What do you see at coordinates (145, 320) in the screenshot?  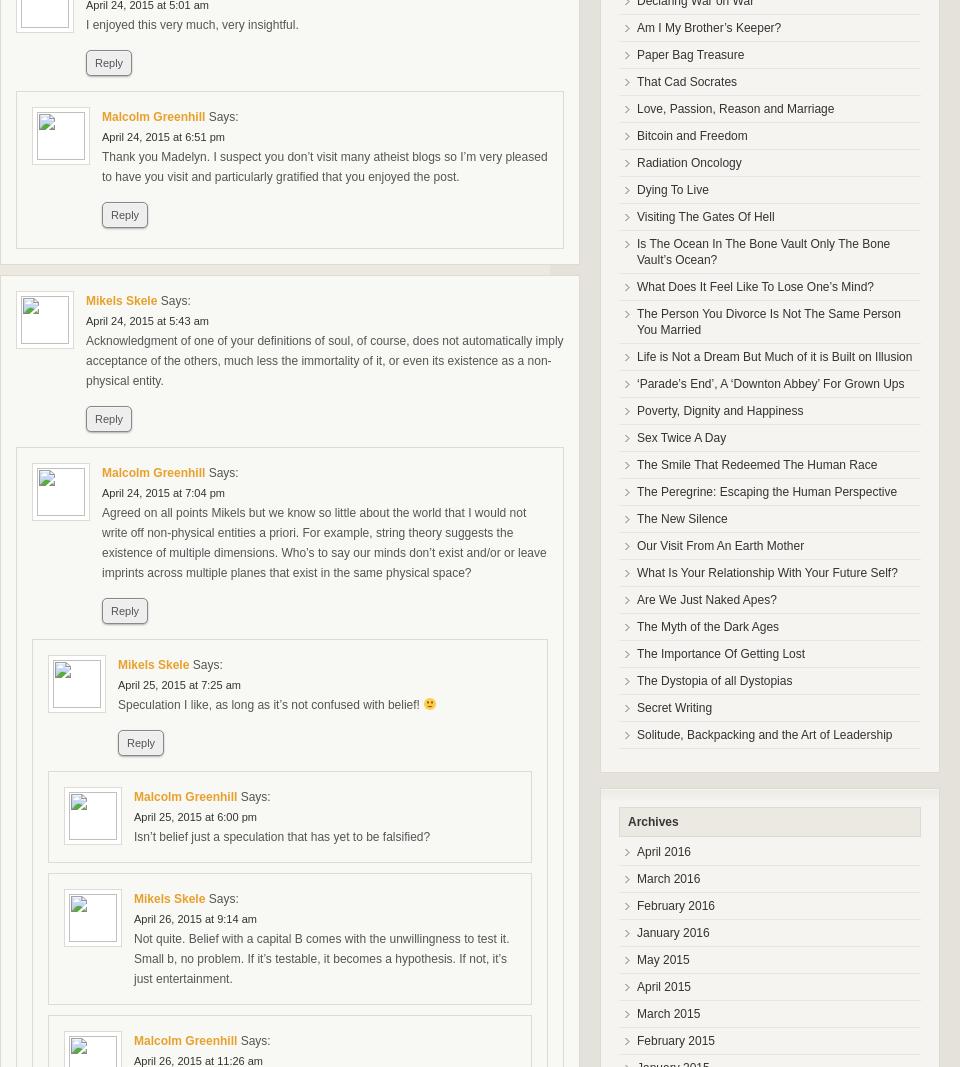 I see `'April 24, 2015 at 5:43 am'` at bounding box center [145, 320].